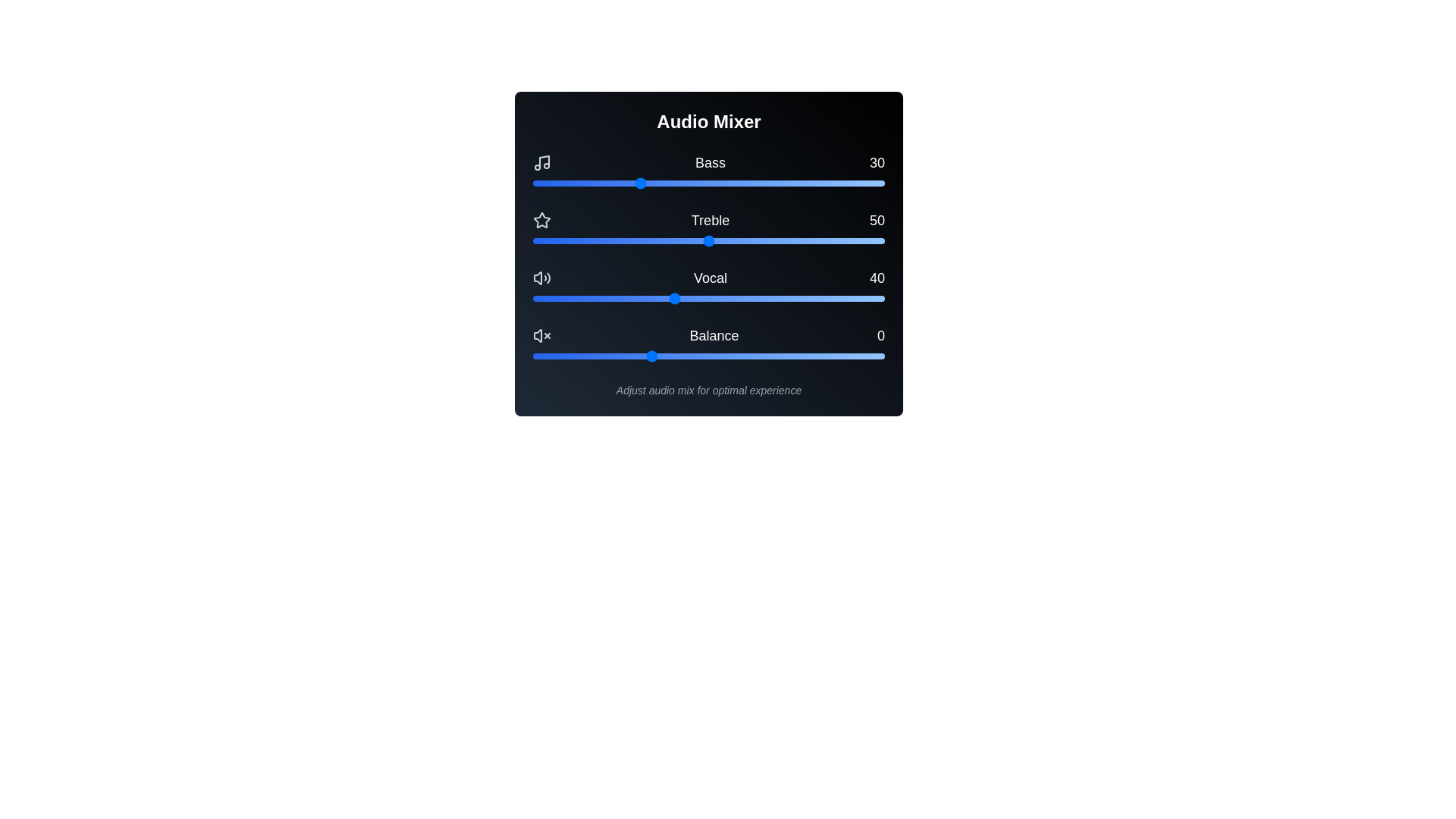 This screenshot has width=1456, height=819. What do you see at coordinates (867, 298) in the screenshot?
I see `the Vocal slider to set the vocal level to 95` at bounding box center [867, 298].